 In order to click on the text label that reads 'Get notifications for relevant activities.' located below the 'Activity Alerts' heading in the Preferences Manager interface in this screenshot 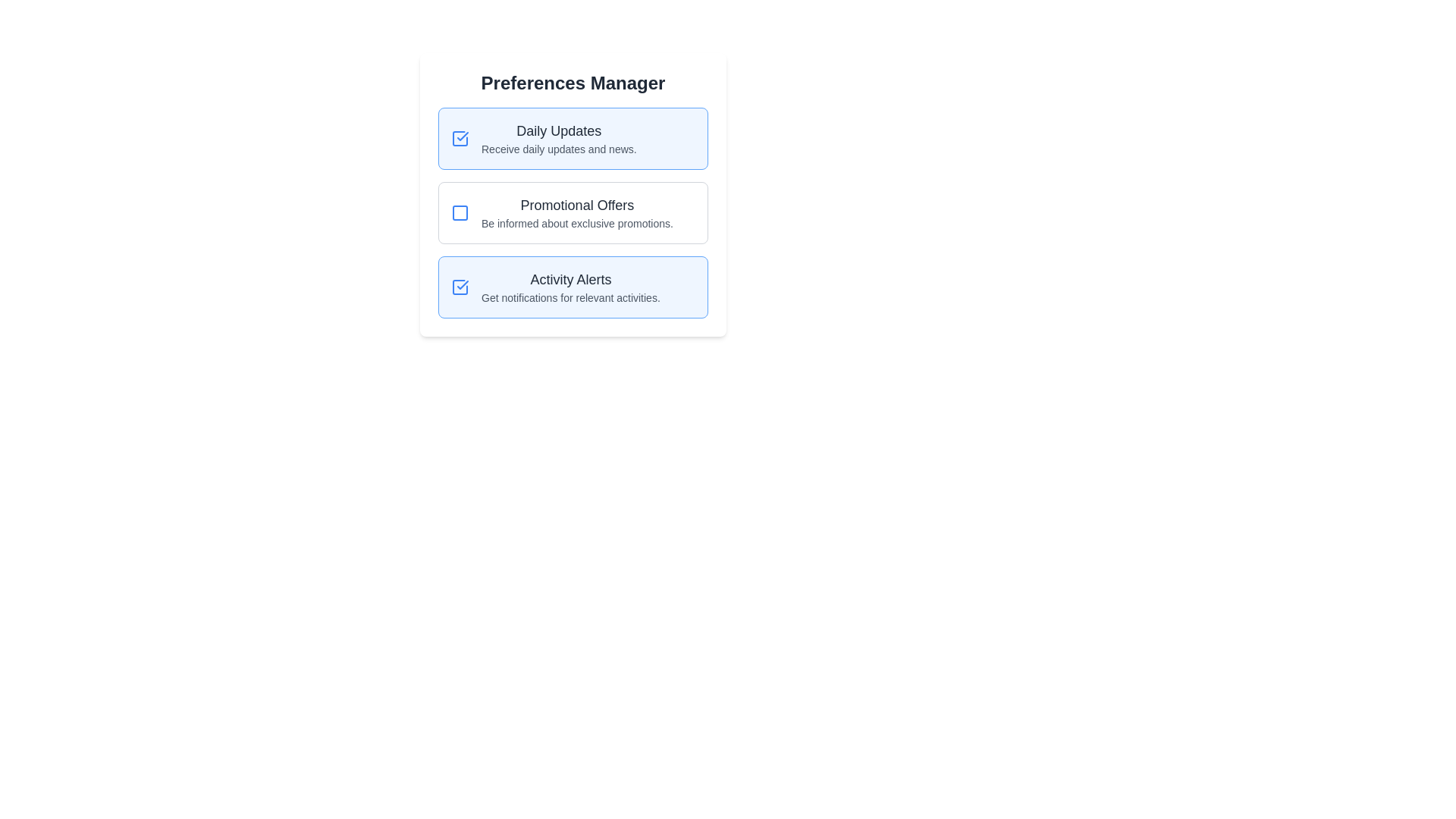, I will do `click(570, 298)`.